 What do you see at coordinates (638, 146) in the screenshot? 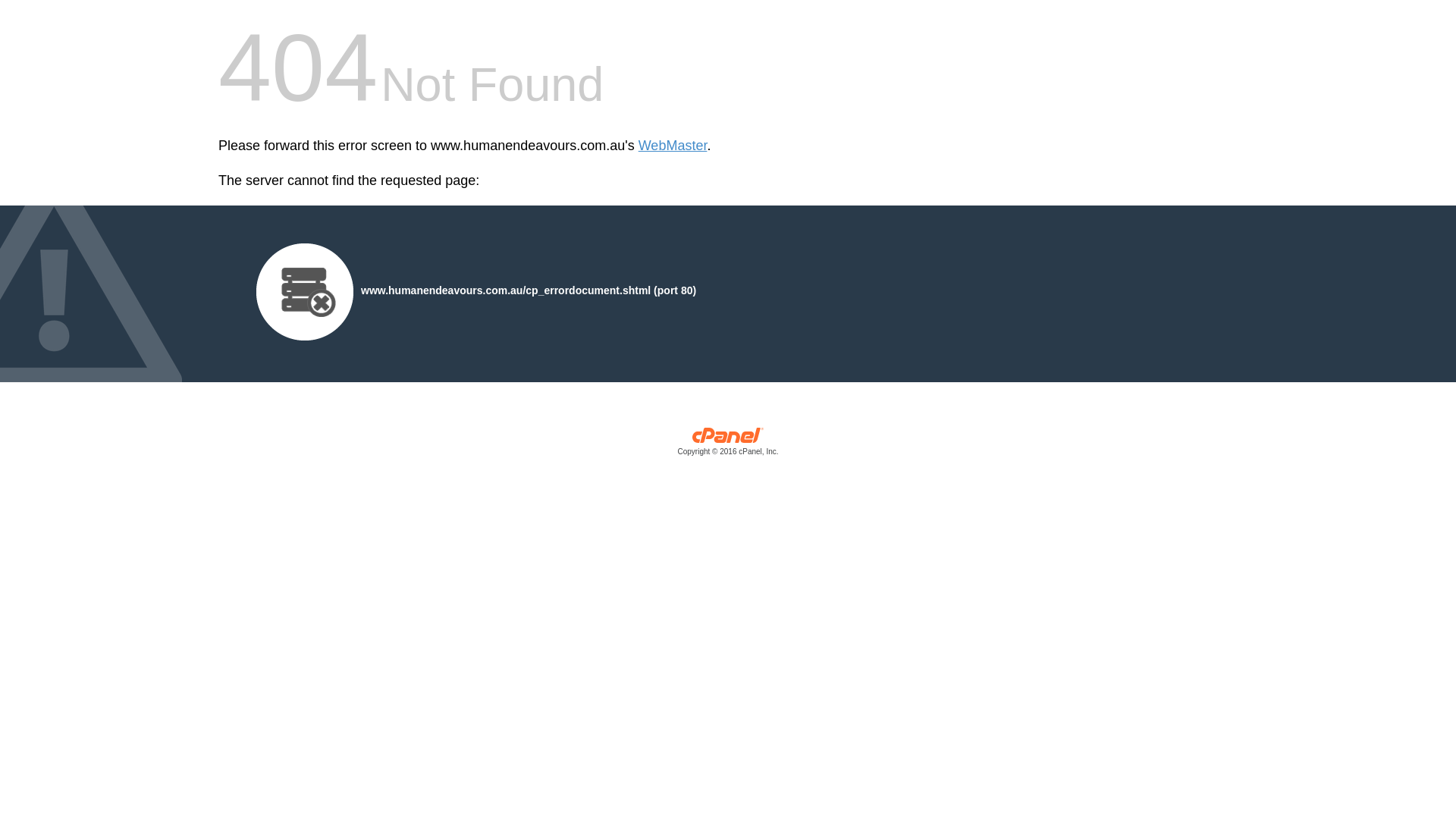
I see `'WebMaster'` at bounding box center [638, 146].